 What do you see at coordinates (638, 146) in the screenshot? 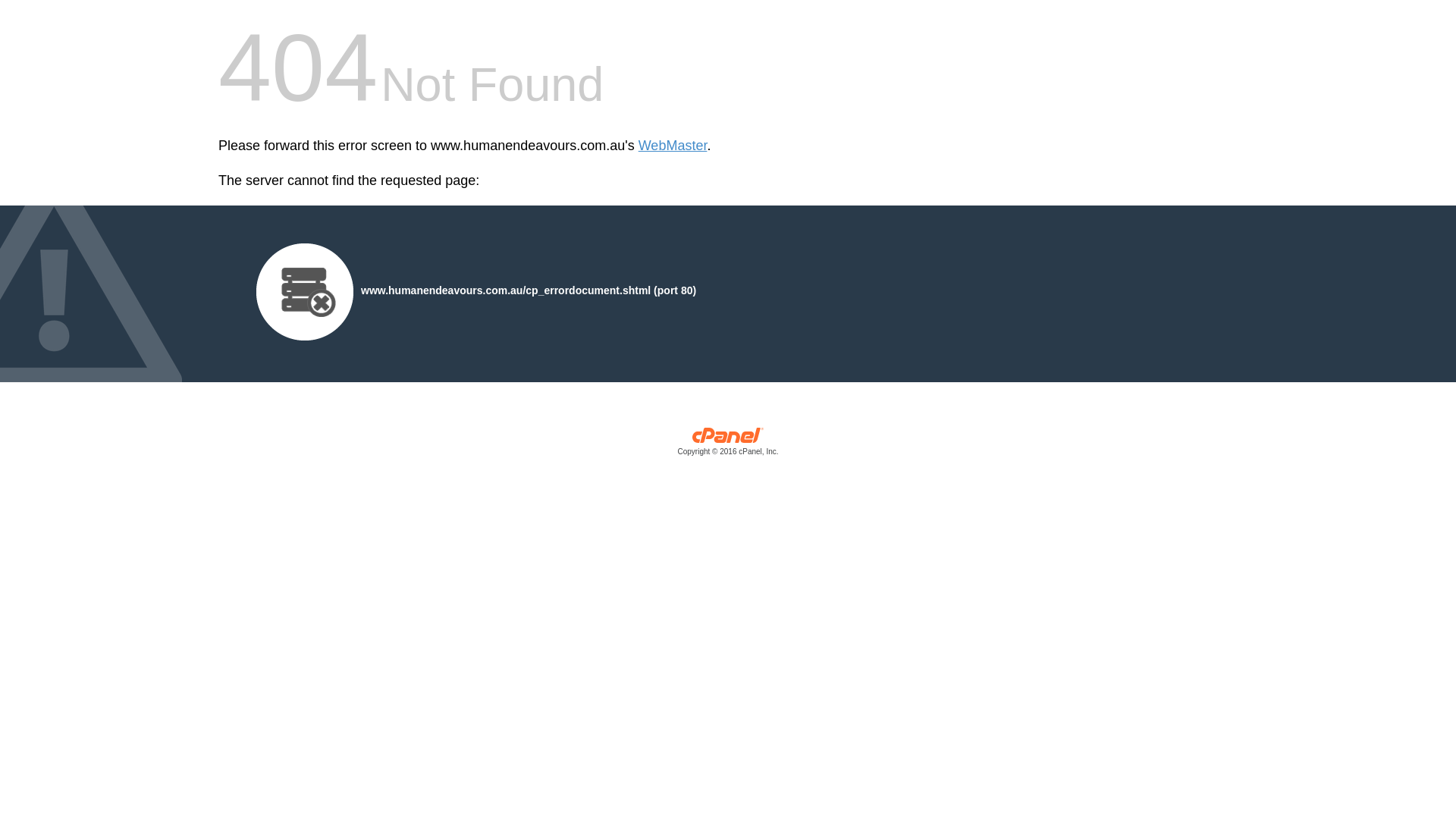
I see `'WebMaster'` at bounding box center [638, 146].